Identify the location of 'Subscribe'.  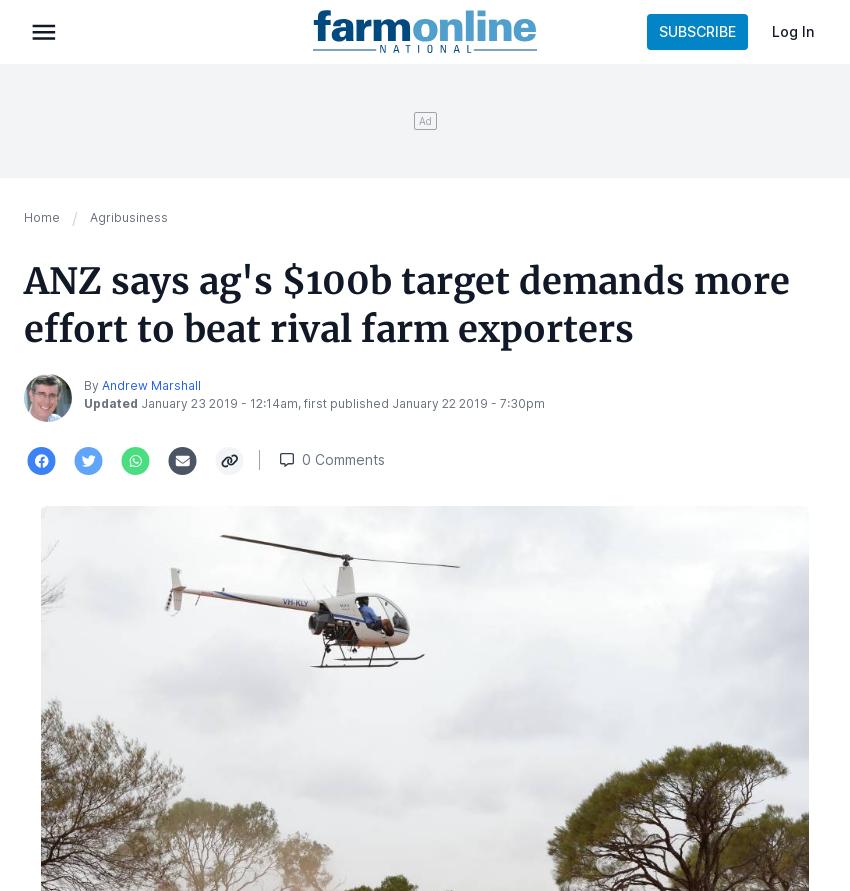
(696, 31).